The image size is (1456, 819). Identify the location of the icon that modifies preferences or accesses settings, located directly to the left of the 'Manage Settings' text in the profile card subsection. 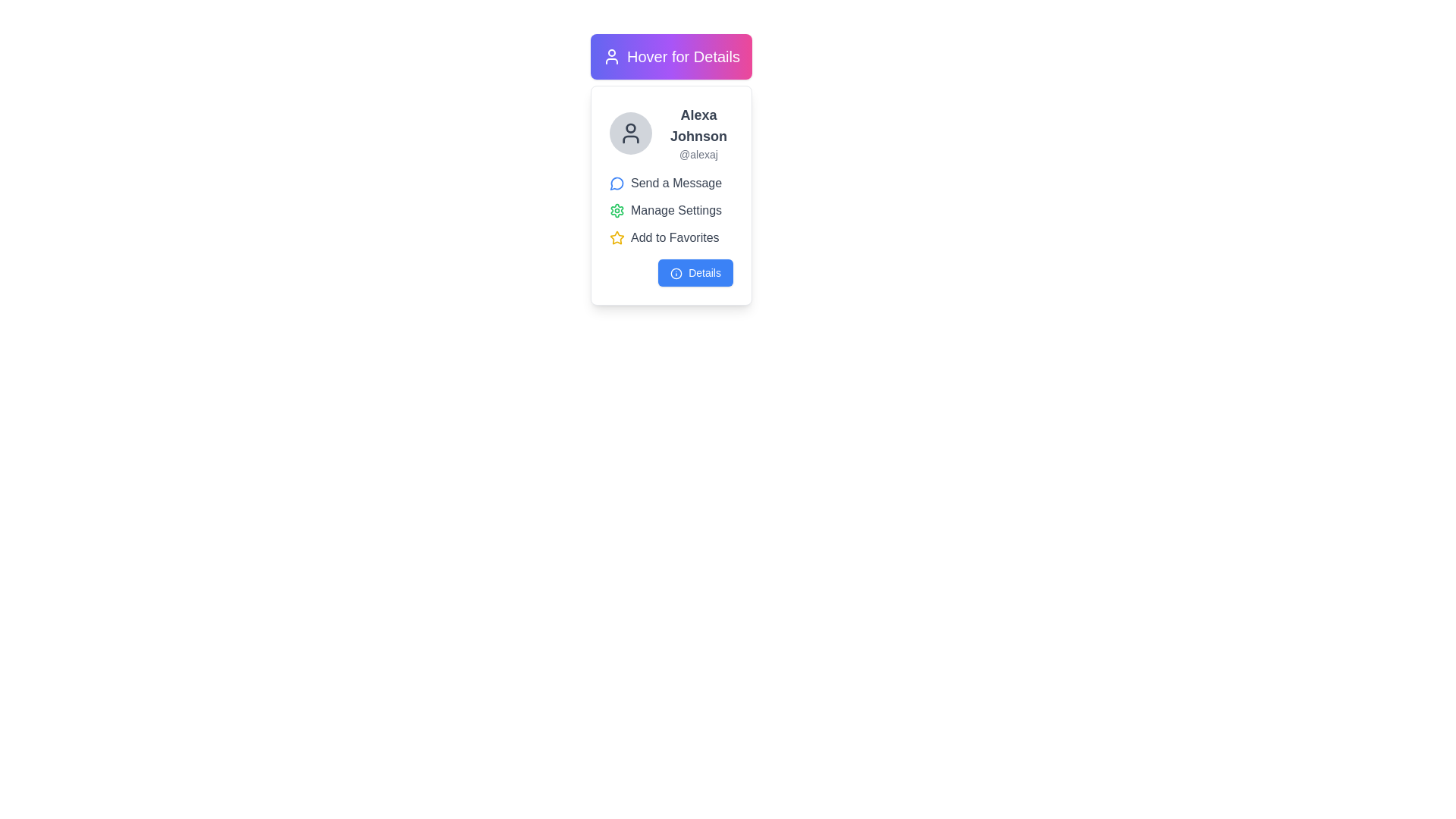
(617, 210).